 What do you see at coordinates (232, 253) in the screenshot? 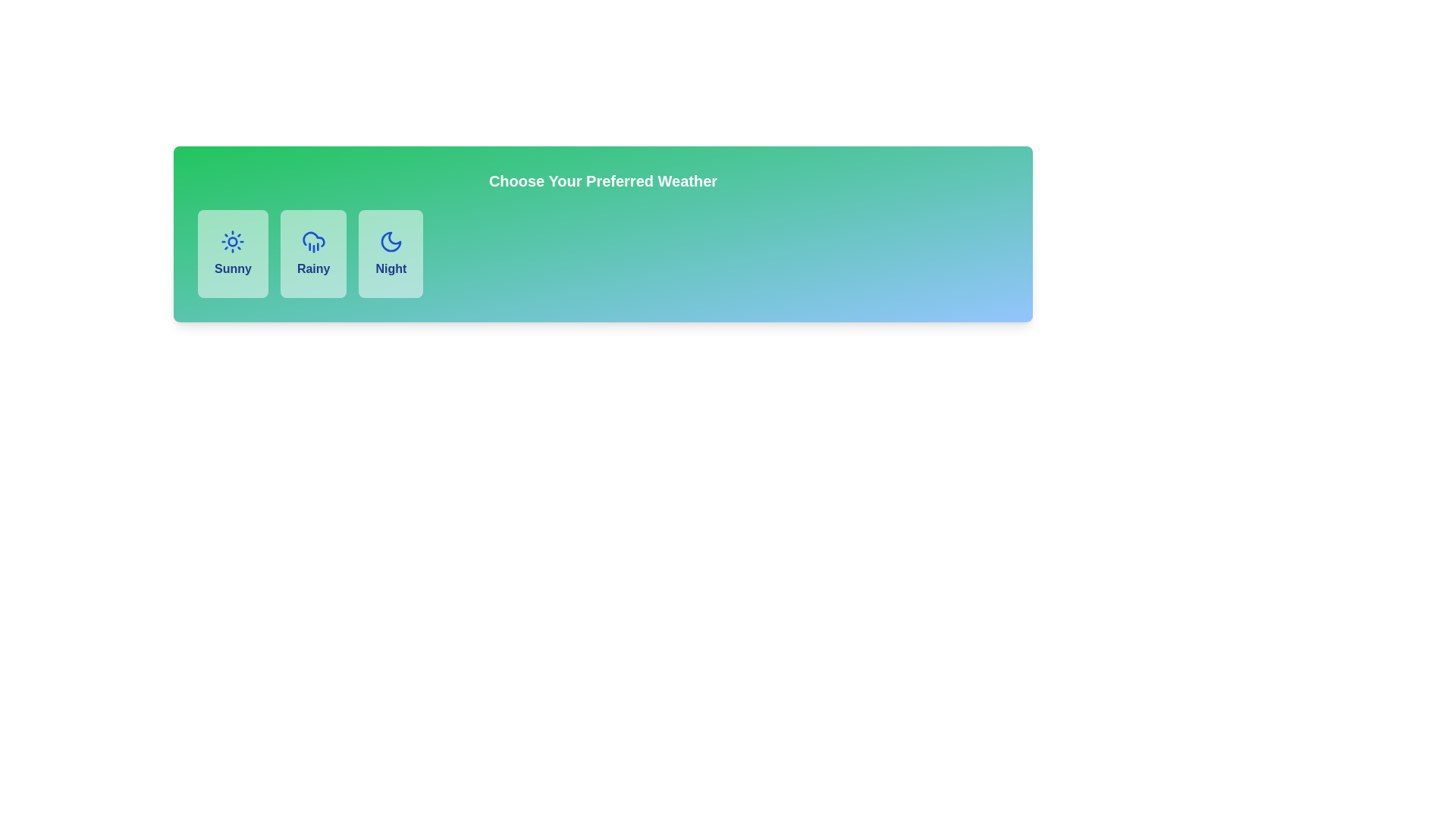
I see `the selectable card element for 'Sunny' weather, which is a rounded rectangular card with a light green background and a sun icon at the top` at bounding box center [232, 253].